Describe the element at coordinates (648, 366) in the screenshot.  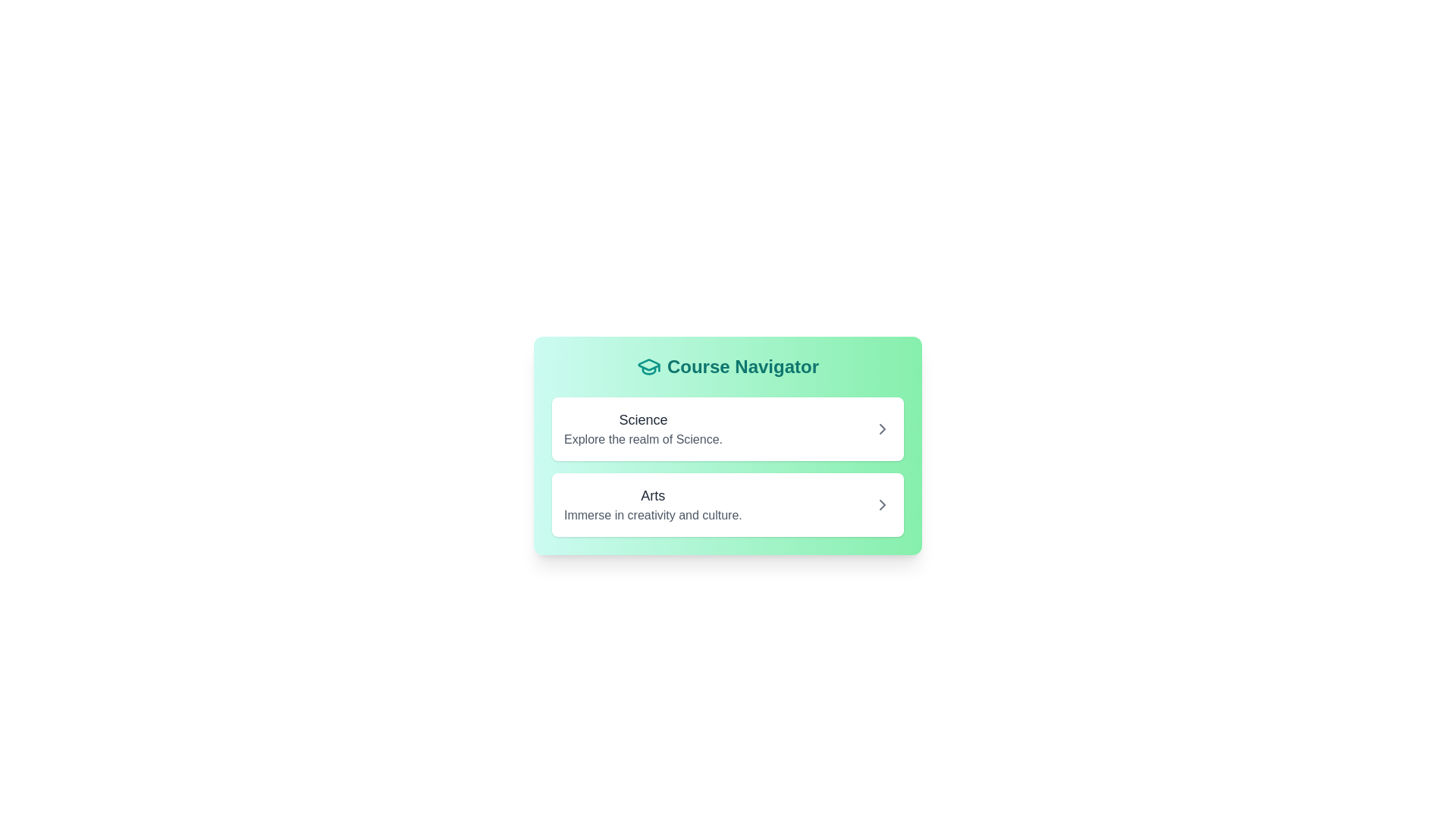
I see `the education-themed icon located at the top center of the 'Course Navigator' card-like interface` at that location.